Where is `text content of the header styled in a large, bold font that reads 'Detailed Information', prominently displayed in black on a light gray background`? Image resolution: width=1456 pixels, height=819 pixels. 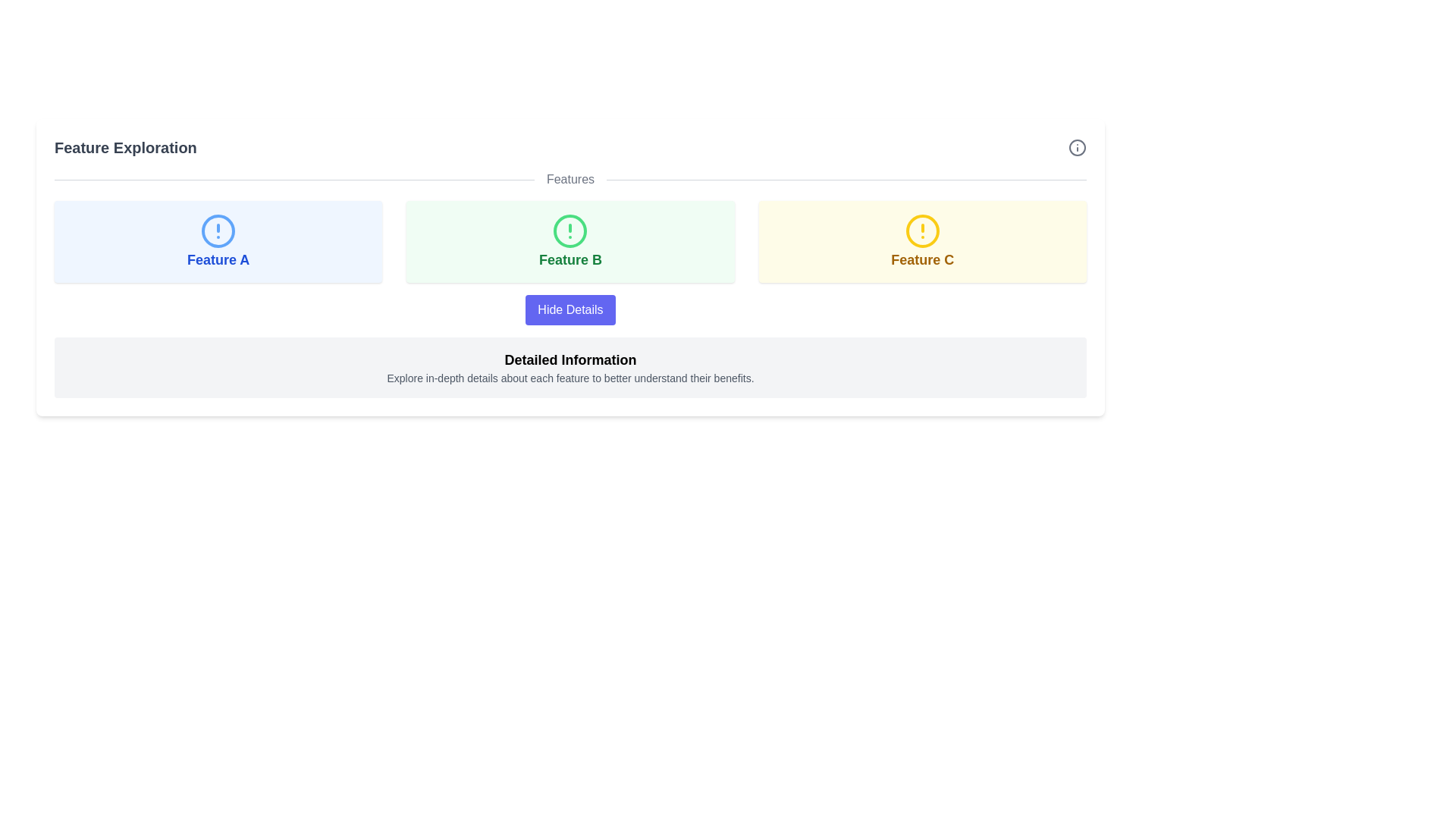
text content of the header styled in a large, bold font that reads 'Detailed Information', prominently displayed in black on a light gray background is located at coordinates (570, 359).